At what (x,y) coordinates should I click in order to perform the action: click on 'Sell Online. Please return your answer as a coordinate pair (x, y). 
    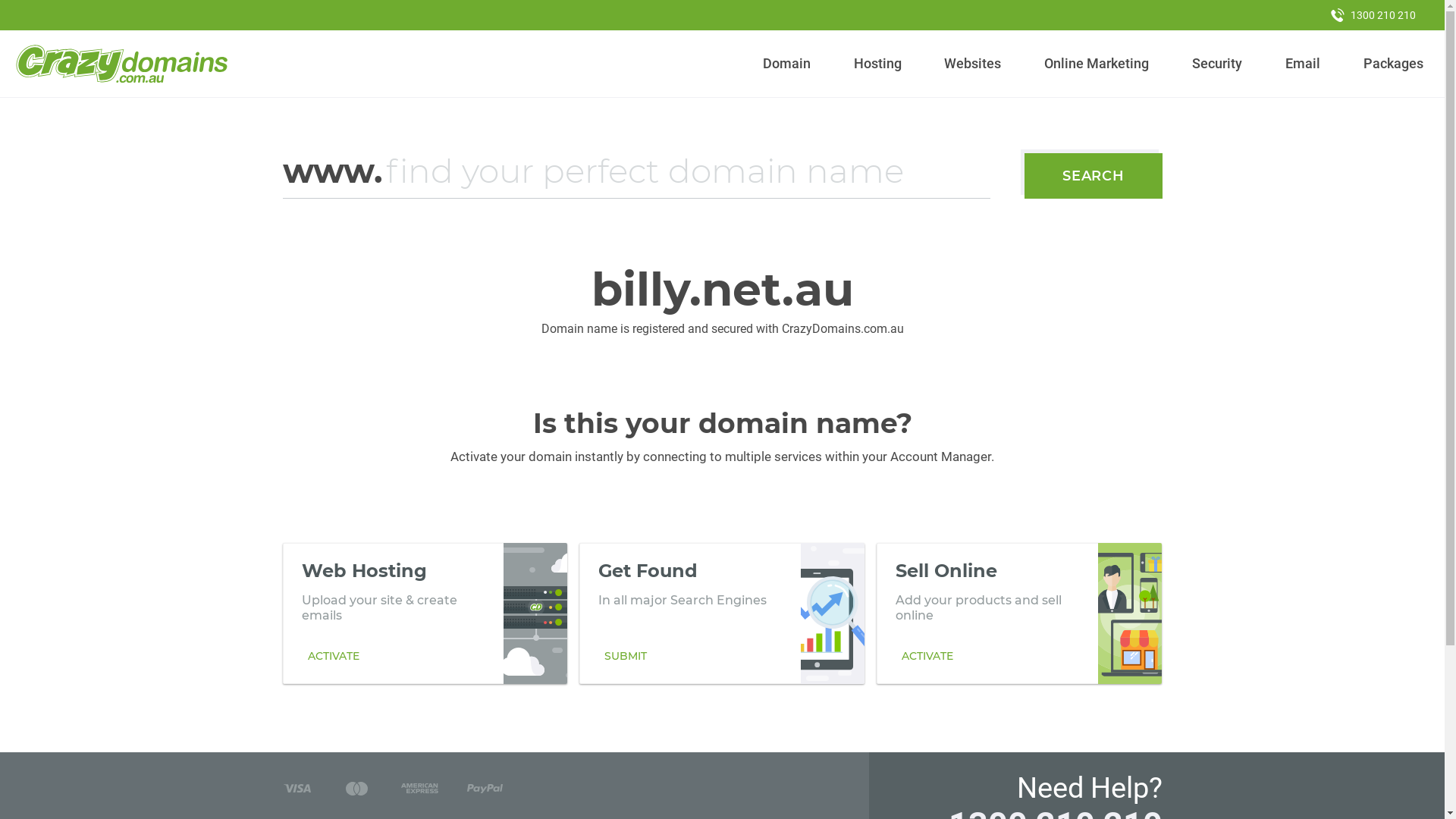
    Looking at the image, I should click on (1019, 613).